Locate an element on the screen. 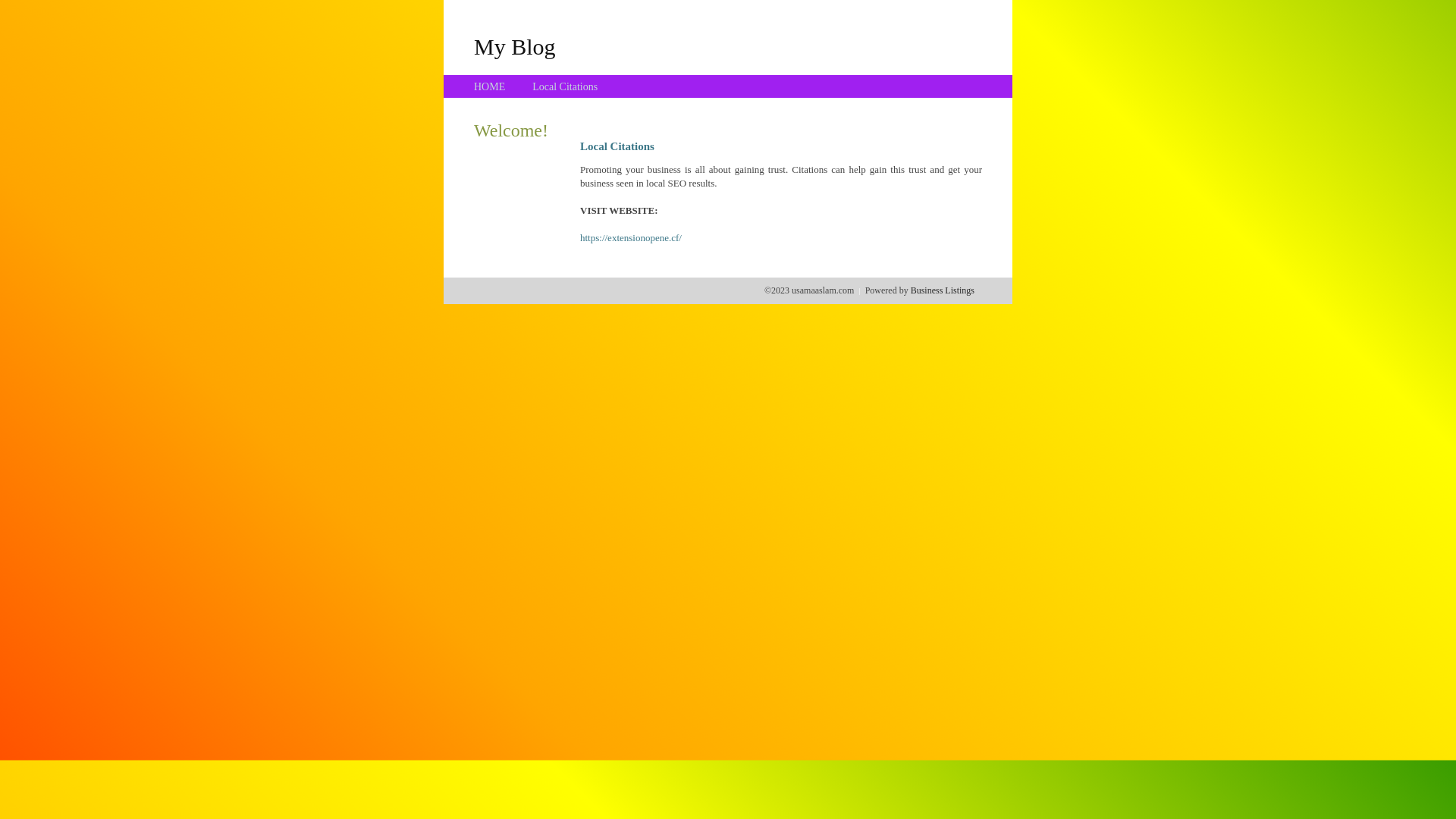 This screenshot has width=1456, height=819. 'https://extensionopene.cf/' is located at coordinates (630, 237).